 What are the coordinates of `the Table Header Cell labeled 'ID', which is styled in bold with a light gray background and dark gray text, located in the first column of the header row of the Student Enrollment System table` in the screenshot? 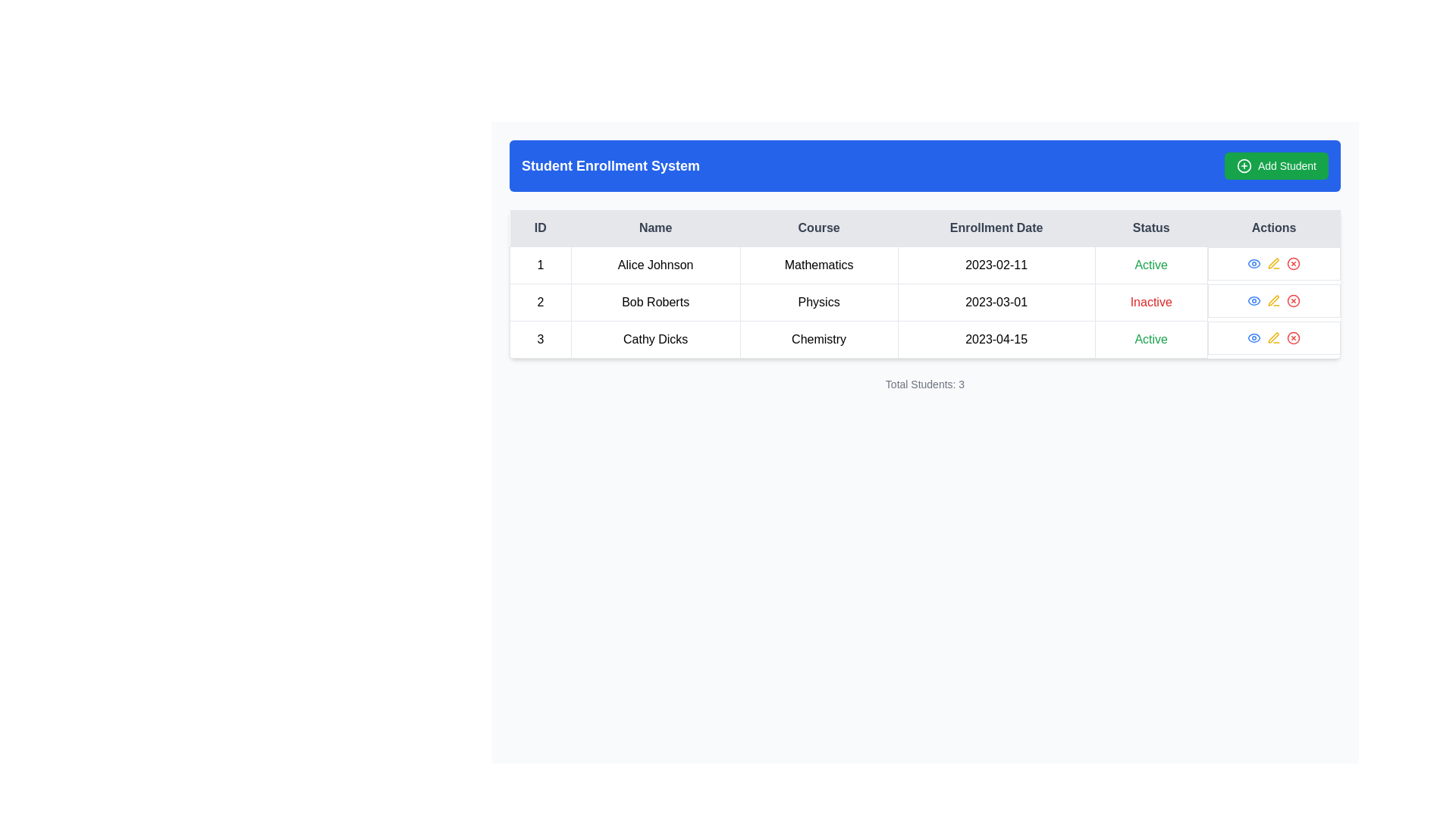 It's located at (540, 228).